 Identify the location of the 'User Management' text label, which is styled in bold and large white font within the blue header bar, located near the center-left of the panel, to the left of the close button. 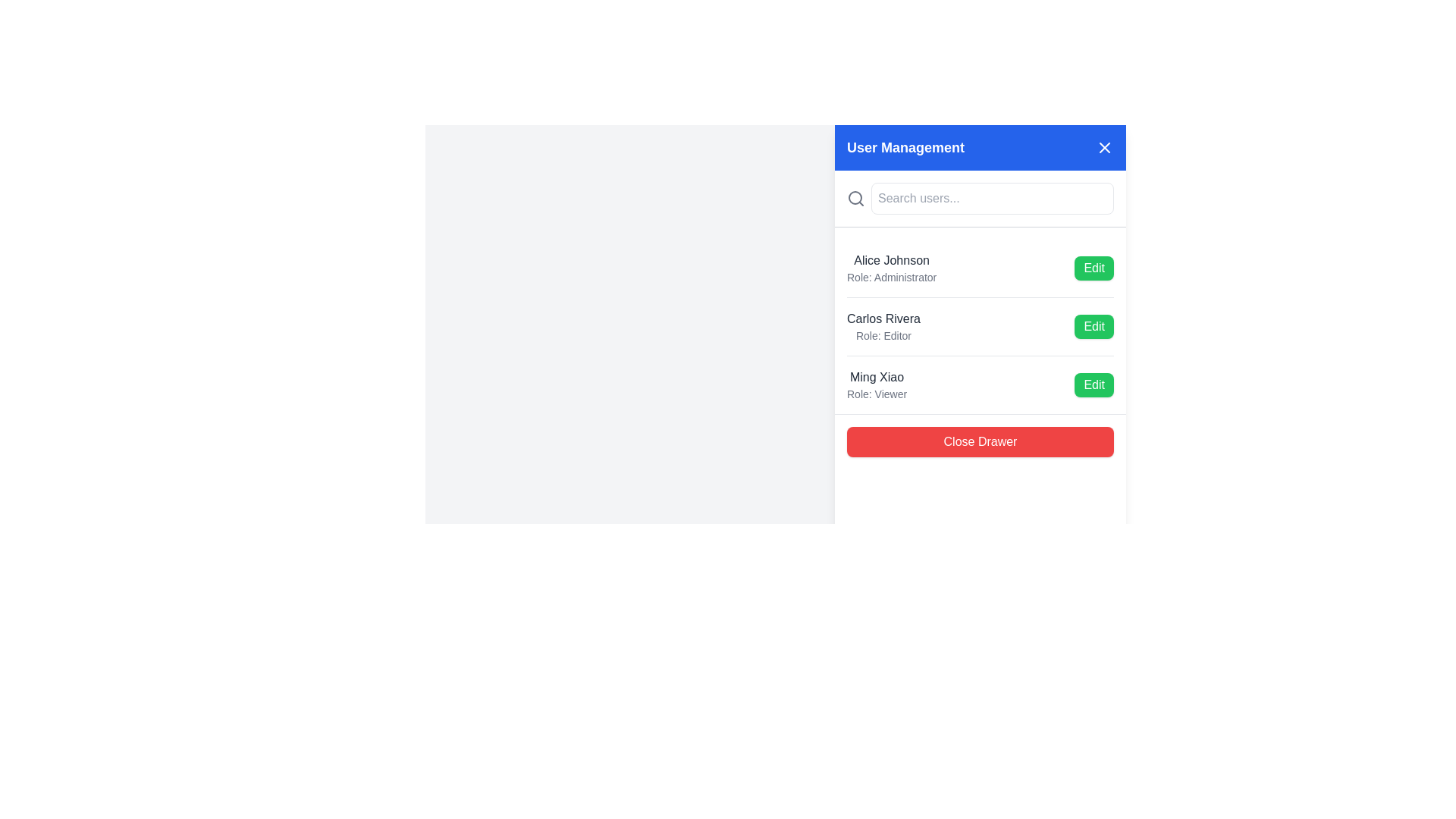
(905, 148).